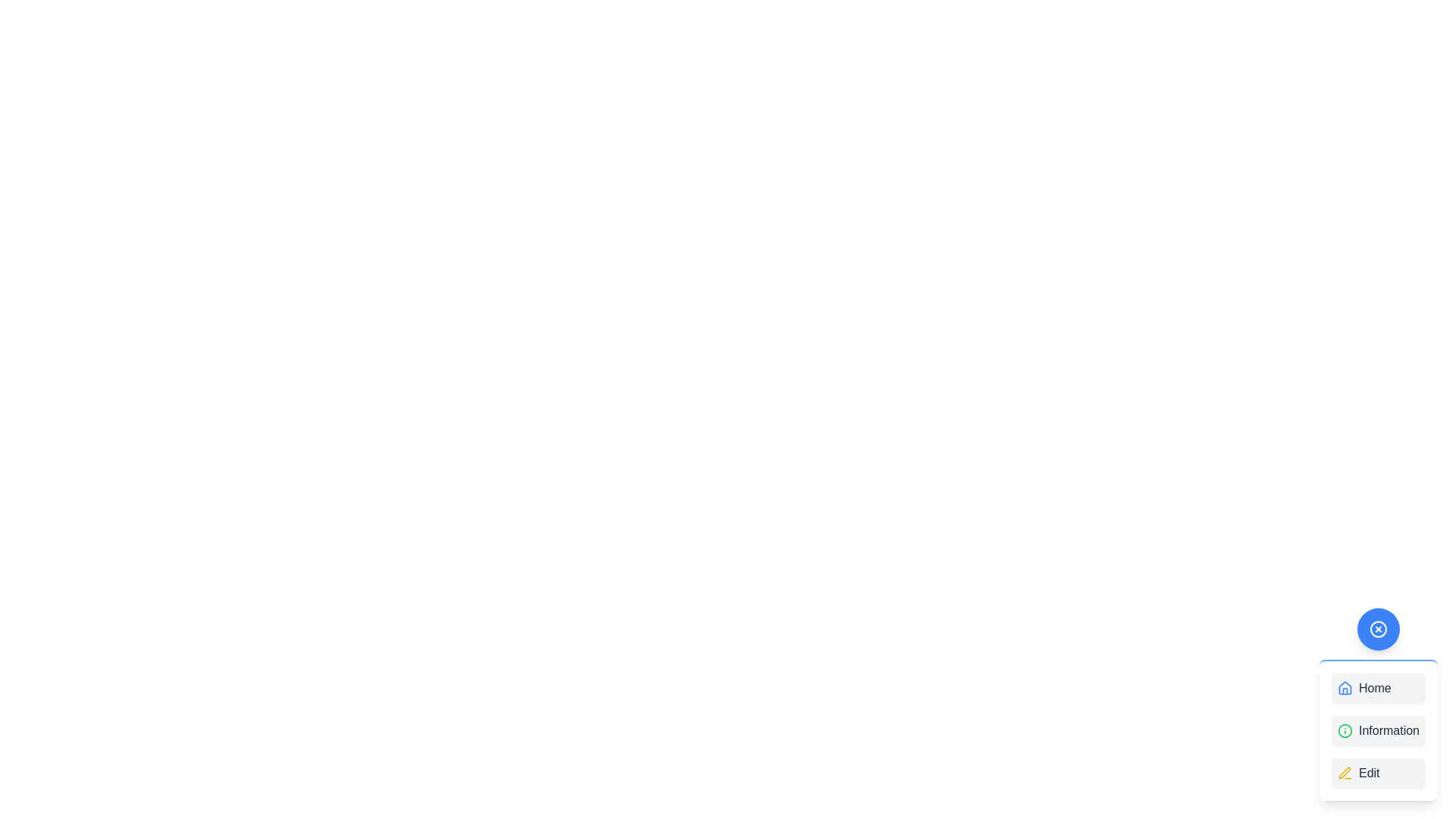  Describe the element at coordinates (1379, 629) in the screenshot. I see `the circular icon featuring a cross mark in the center` at that location.